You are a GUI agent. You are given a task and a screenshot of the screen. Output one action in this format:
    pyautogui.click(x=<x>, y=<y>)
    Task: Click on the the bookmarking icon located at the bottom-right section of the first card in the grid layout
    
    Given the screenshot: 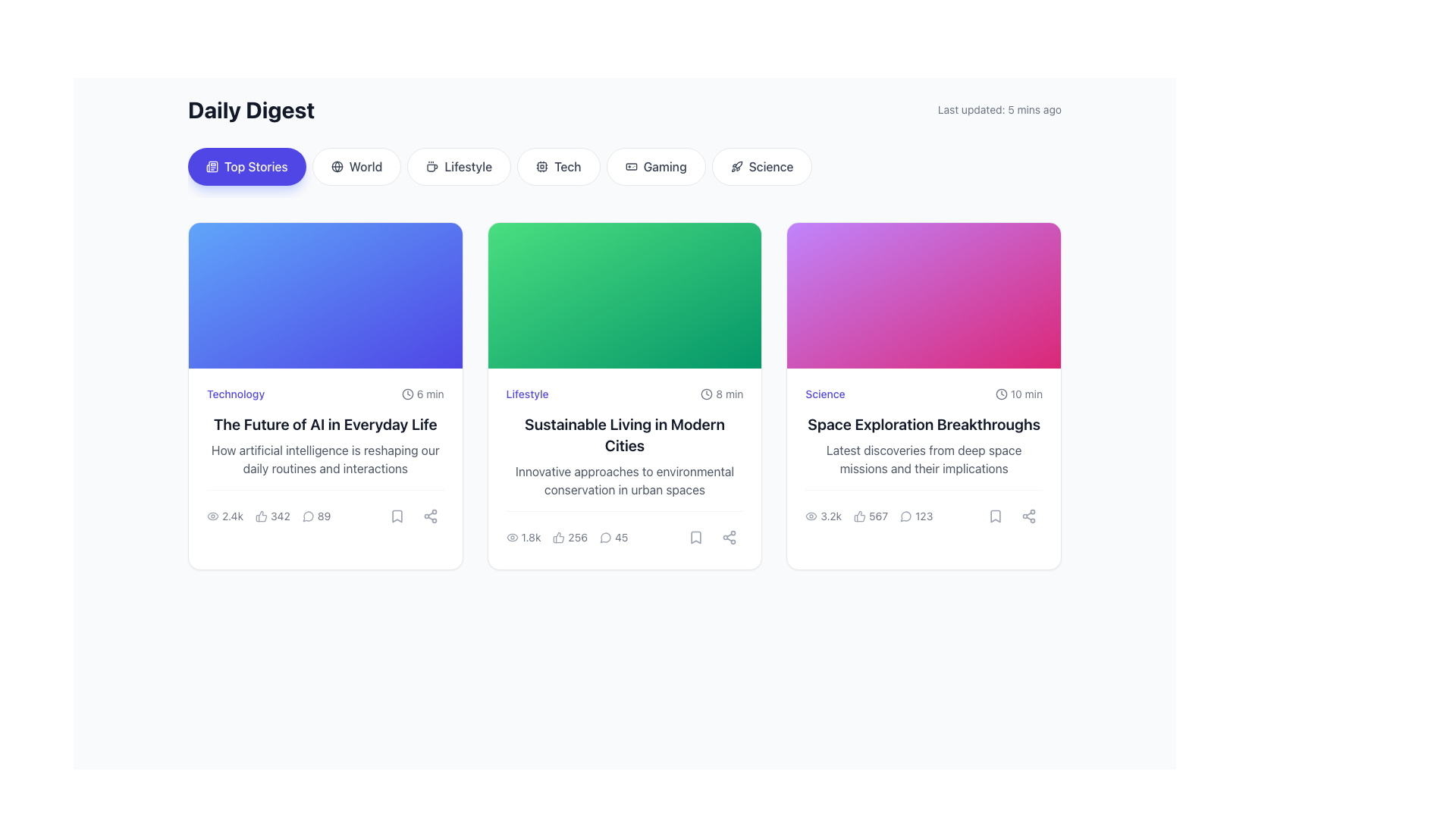 What is the action you would take?
    pyautogui.click(x=397, y=516)
    